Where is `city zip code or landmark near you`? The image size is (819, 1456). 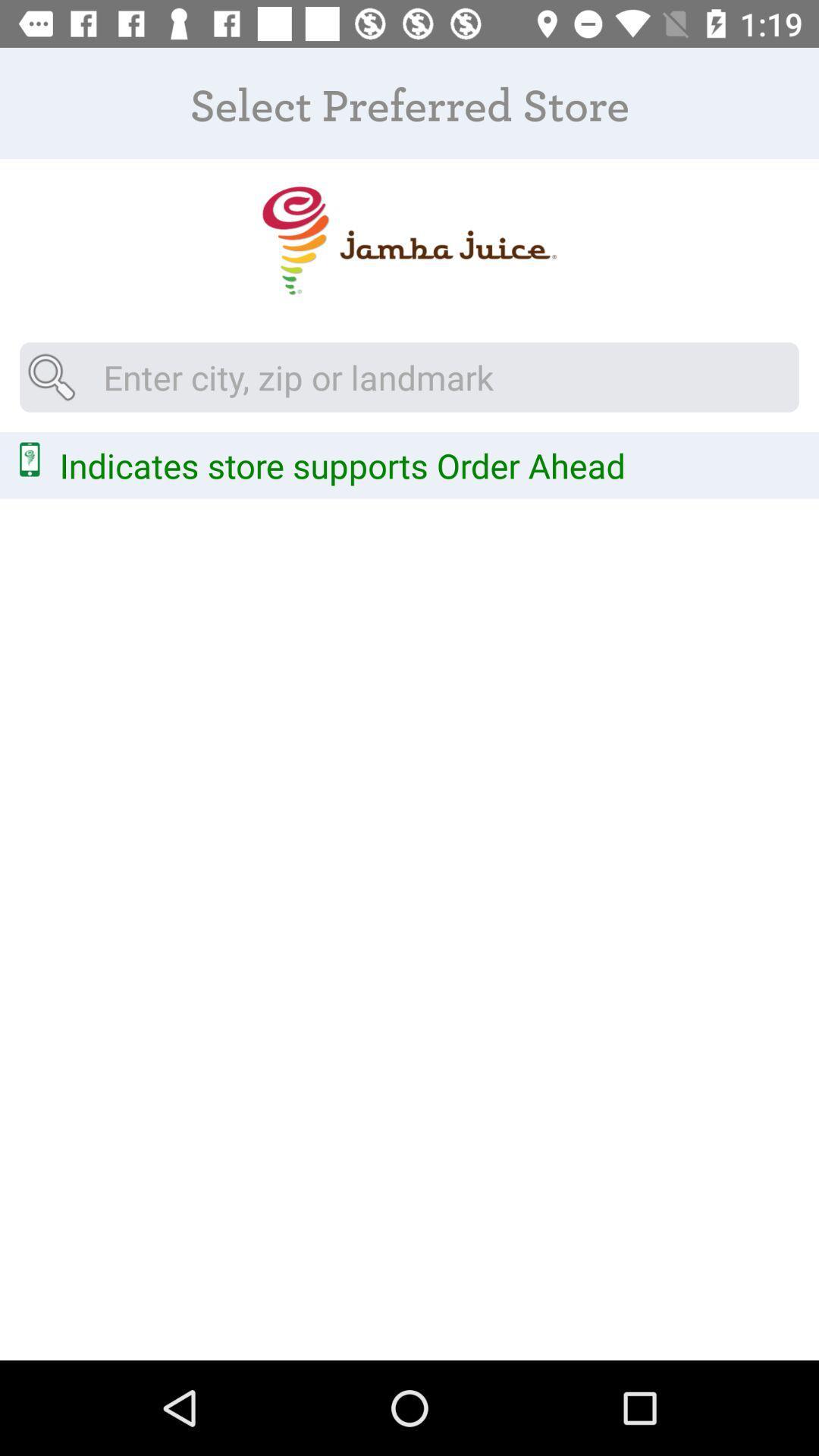 city zip code or landmark near you is located at coordinates (409, 377).